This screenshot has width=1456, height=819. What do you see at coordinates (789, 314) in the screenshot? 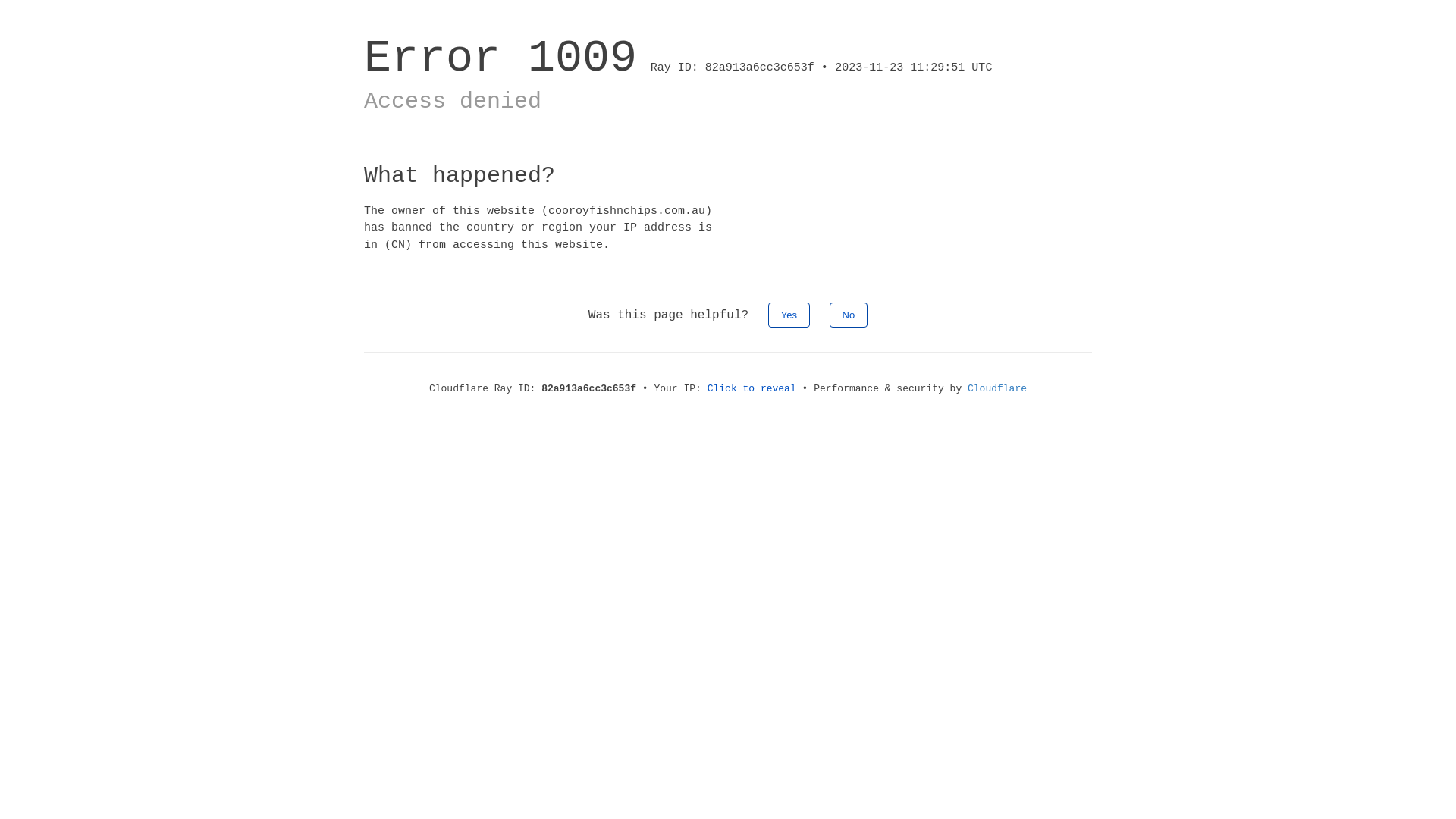
I see `'Yes'` at bounding box center [789, 314].